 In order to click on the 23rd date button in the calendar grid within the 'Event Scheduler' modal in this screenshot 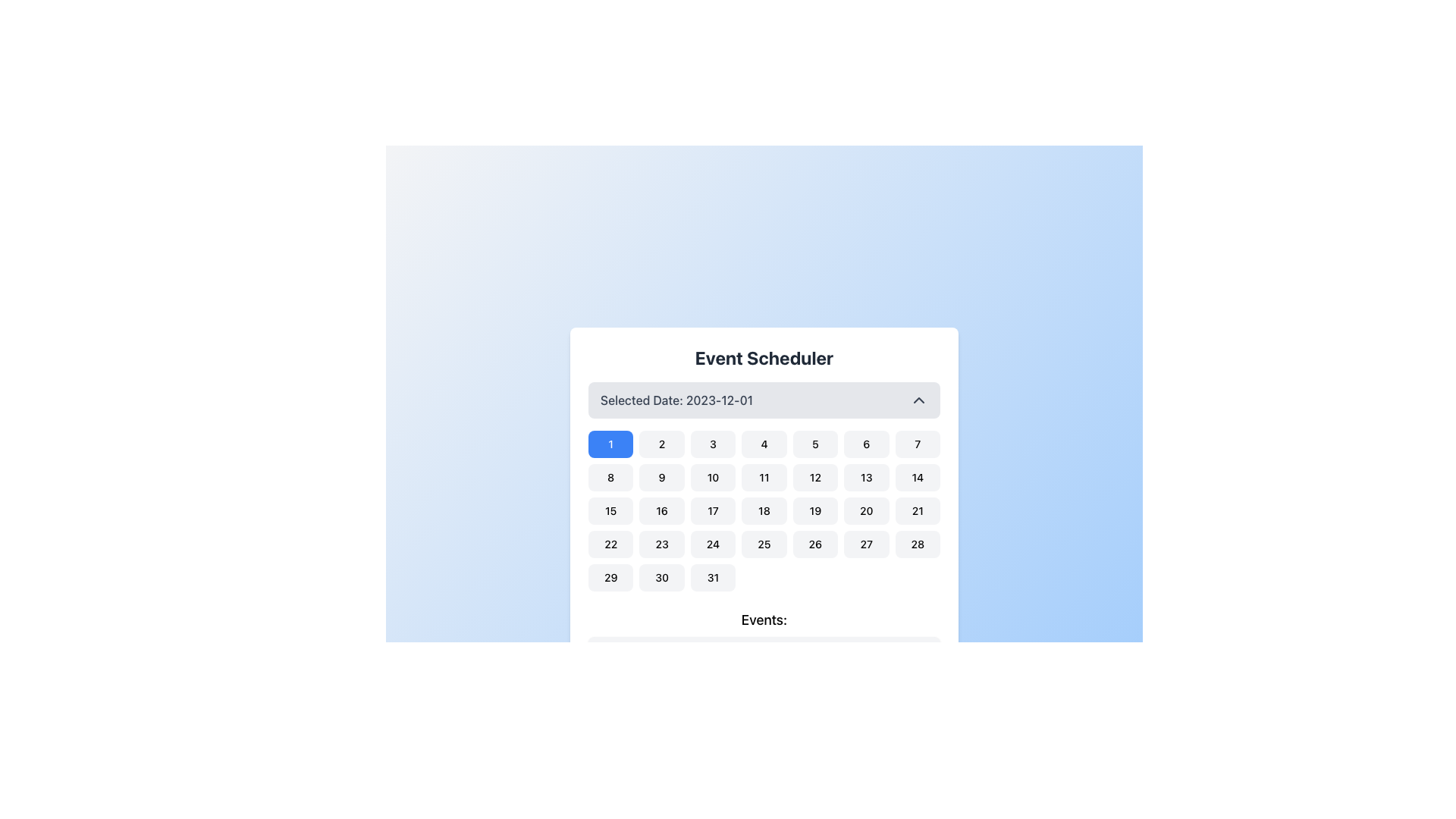, I will do `click(662, 543)`.